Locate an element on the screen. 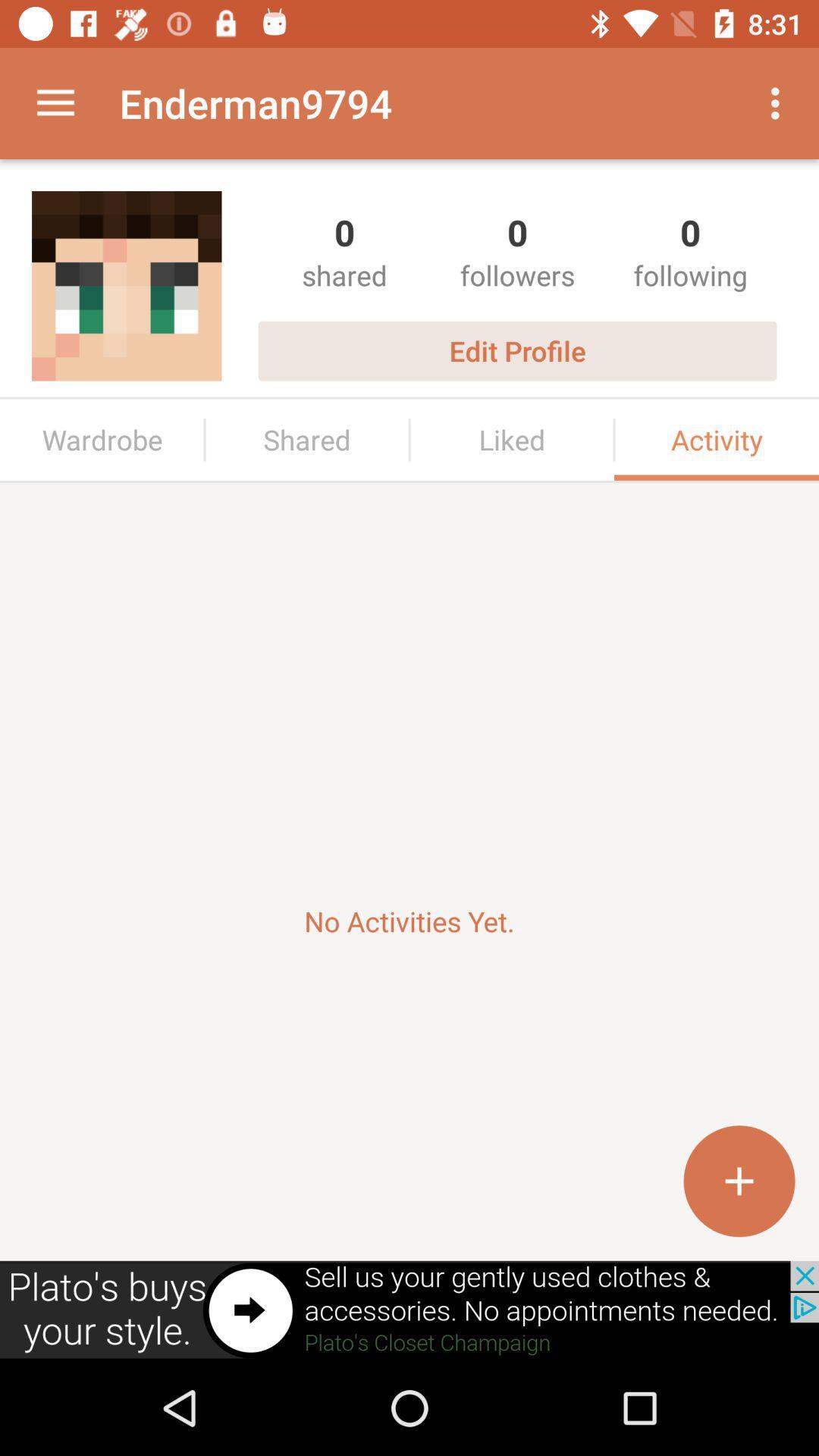  advertisement is located at coordinates (409, 1310).